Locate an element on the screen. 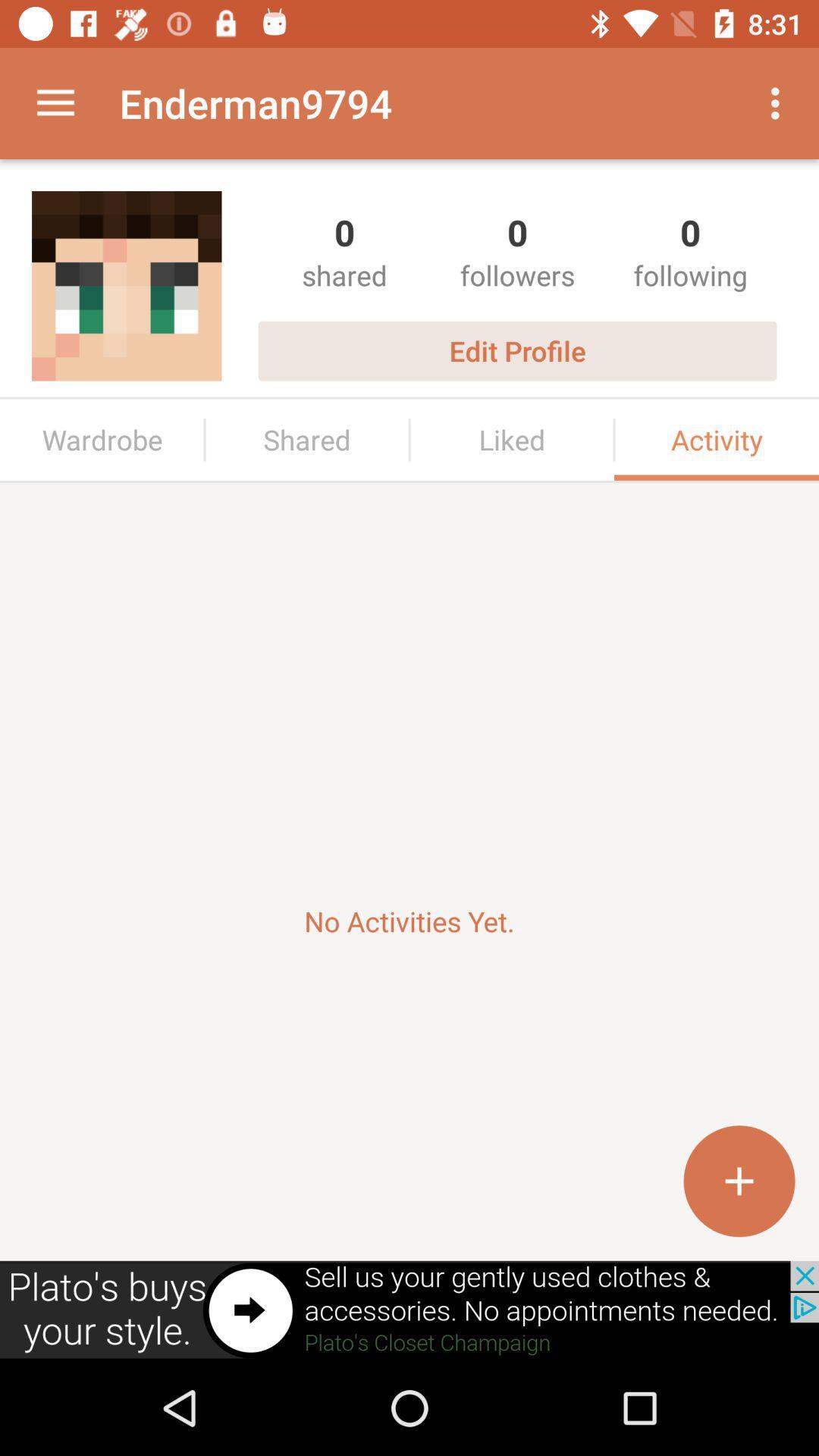  advertisement is located at coordinates (409, 1310).